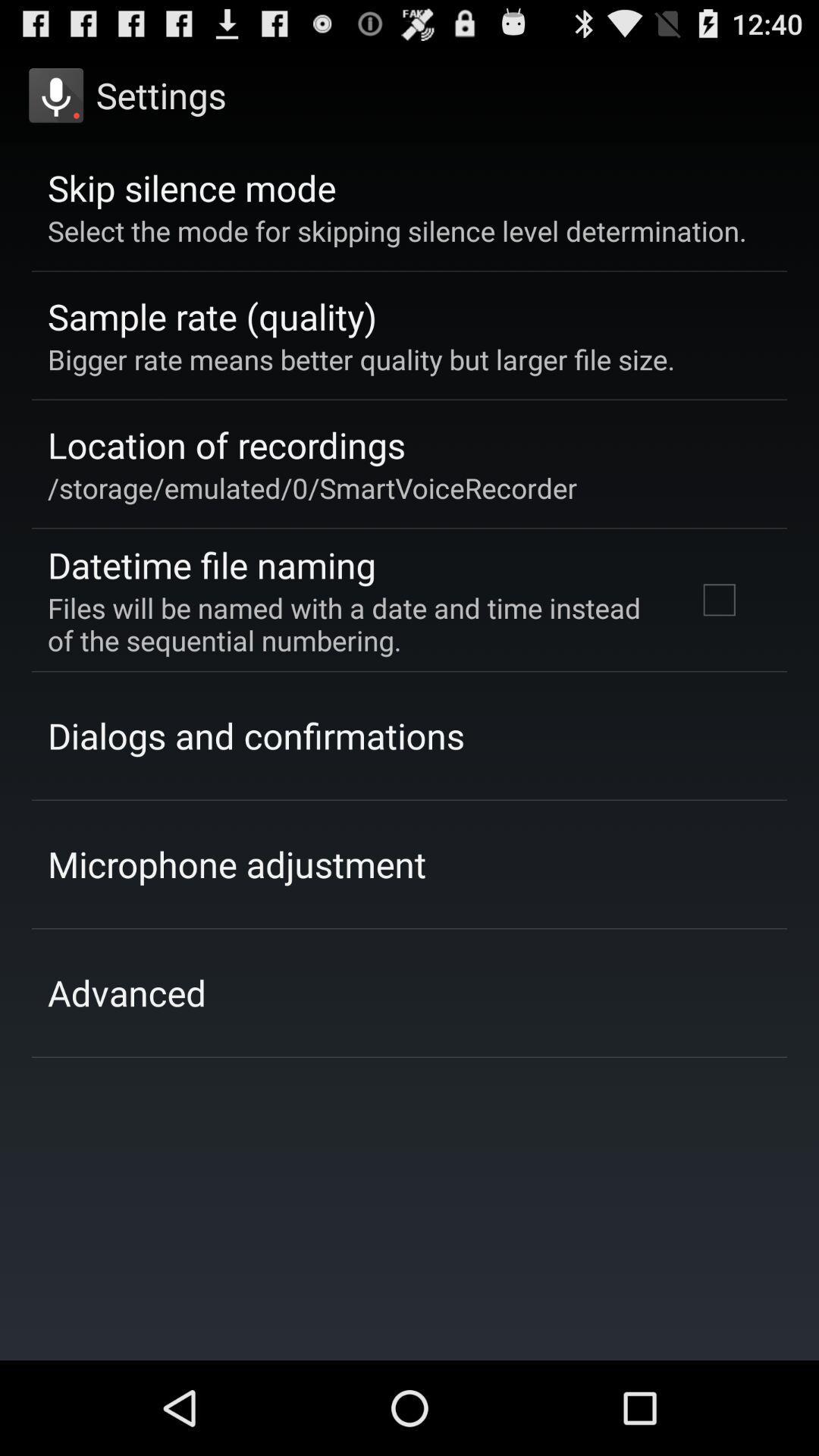  What do you see at coordinates (351, 624) in the screenshot?
I see `app above dialogs and confirmations` at bounding box center [351, 624].